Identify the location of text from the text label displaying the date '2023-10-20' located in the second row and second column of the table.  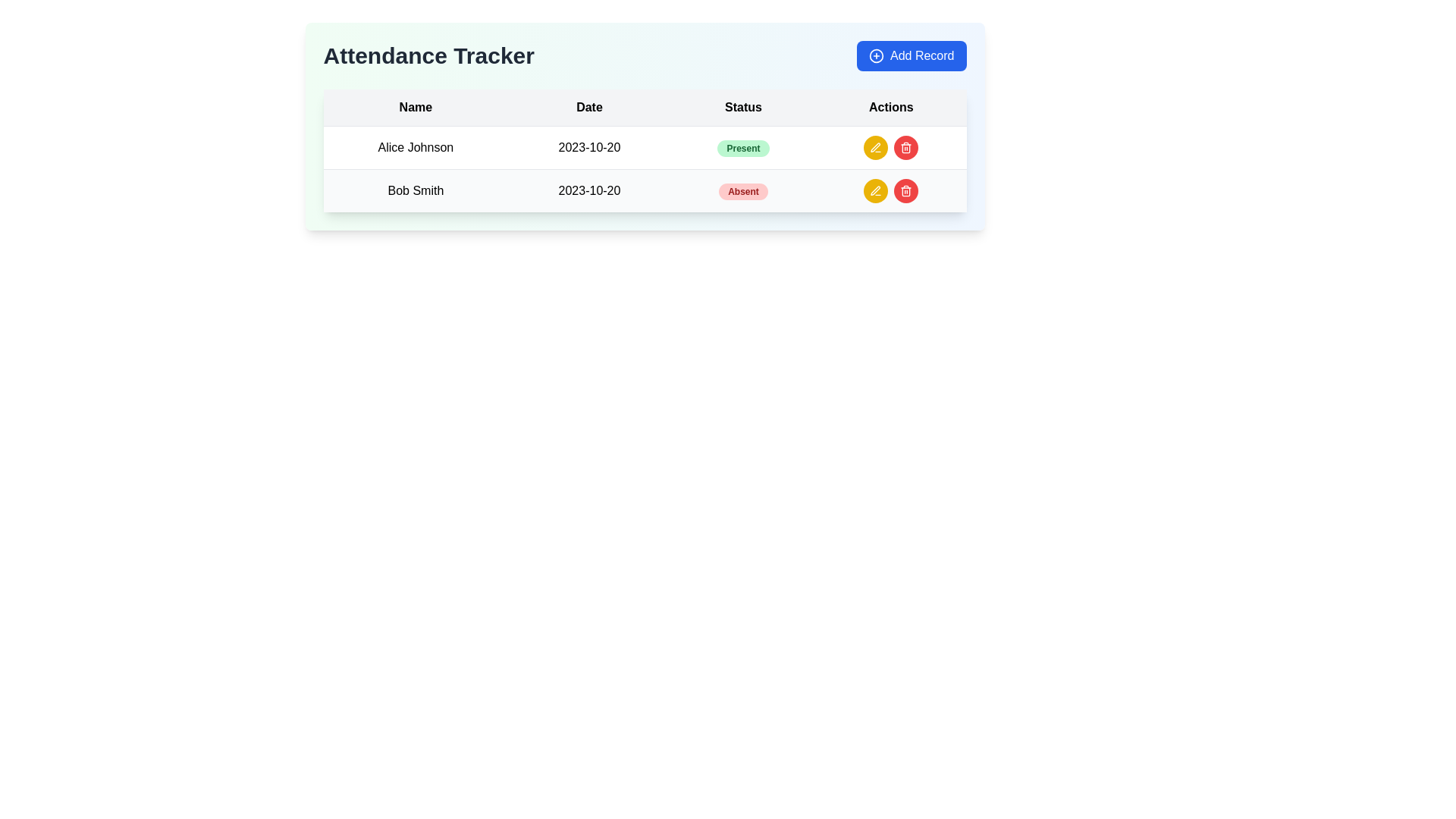
(588, 190).